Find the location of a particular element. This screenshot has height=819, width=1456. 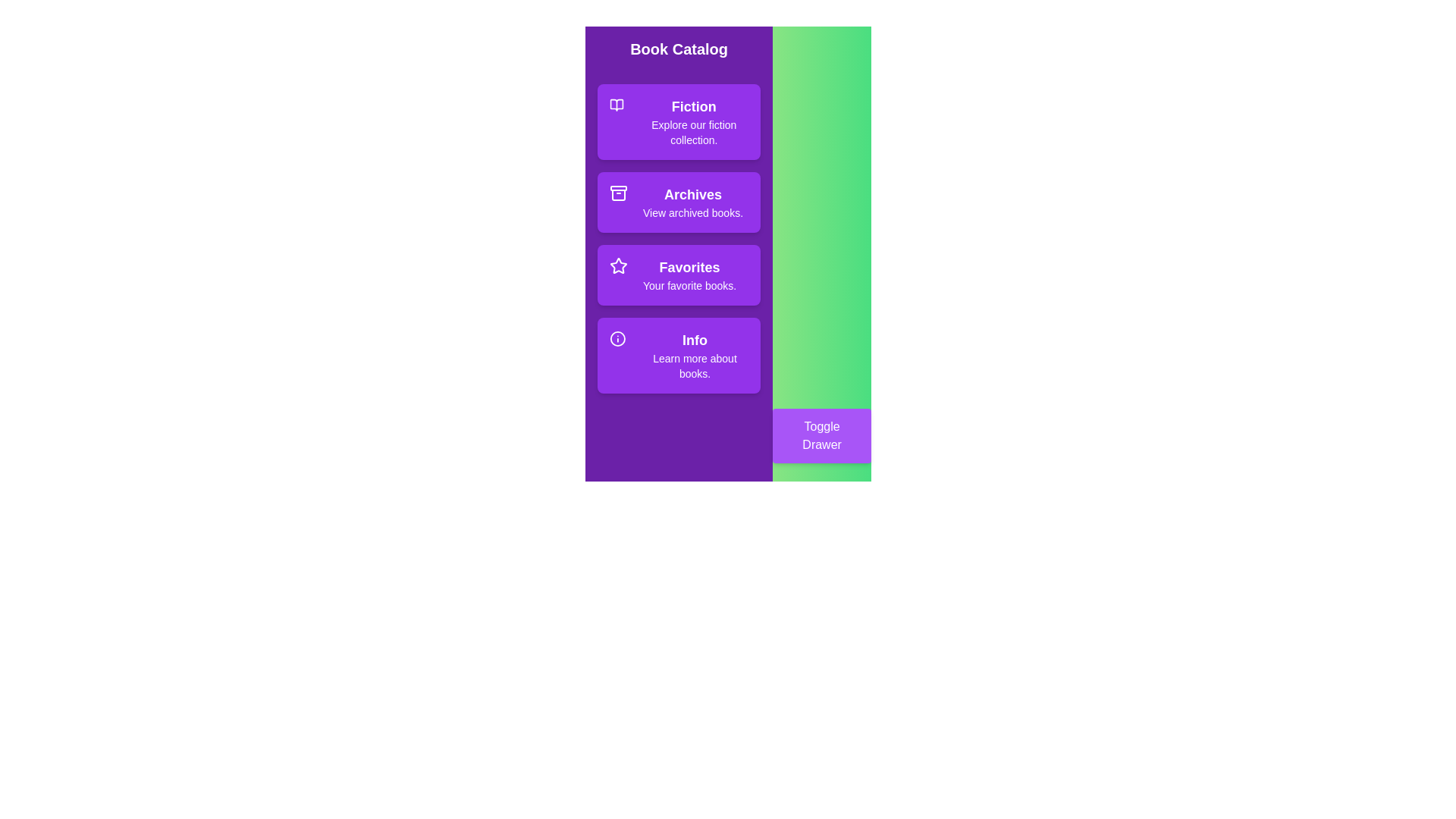

the category Favorites from the Book Catalog Drawer is located at coordinates (678, 275).